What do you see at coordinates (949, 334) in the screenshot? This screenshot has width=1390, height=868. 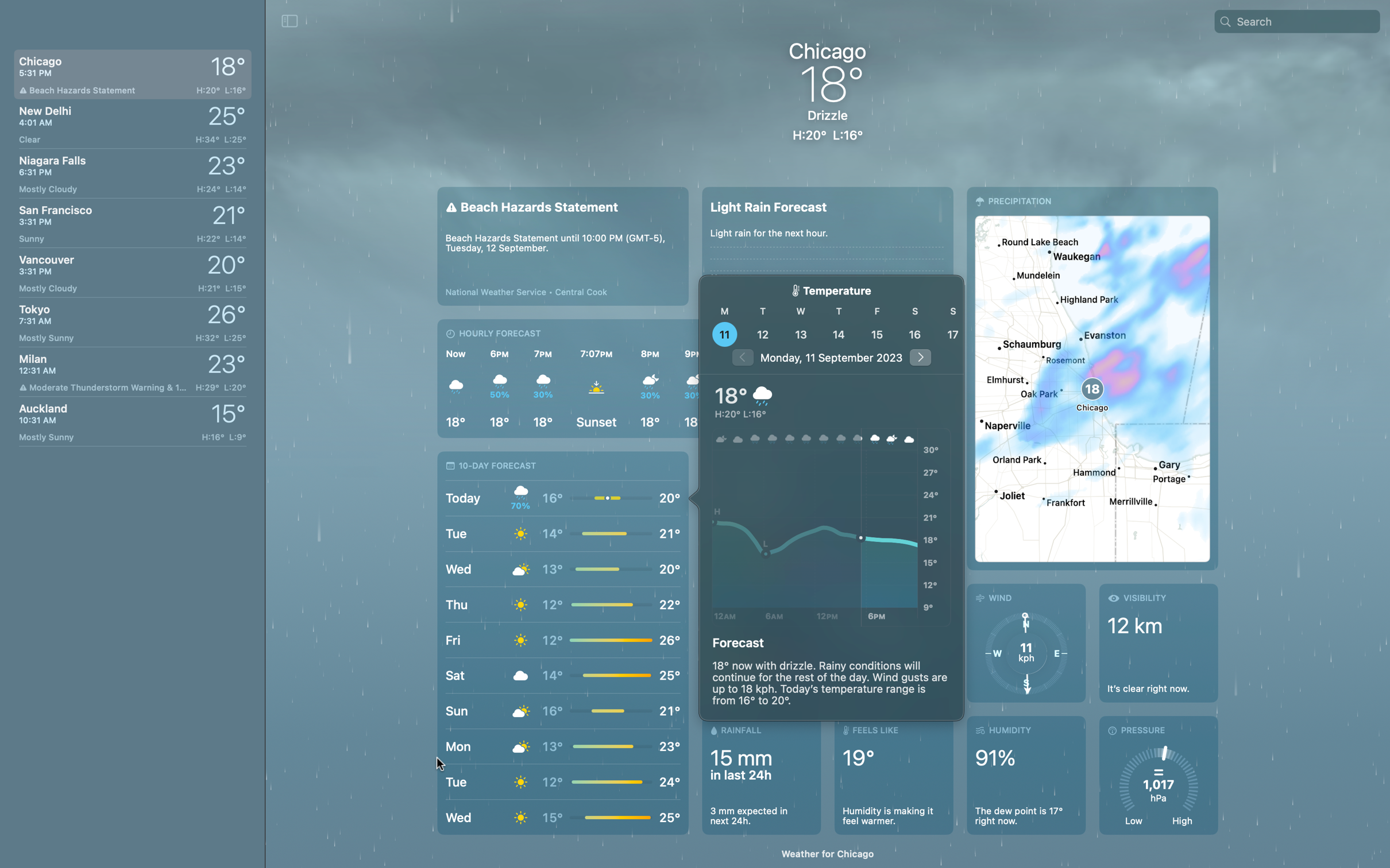 I see `View the weather of Chicagoon the 17th` at bounding box center [949, 334].